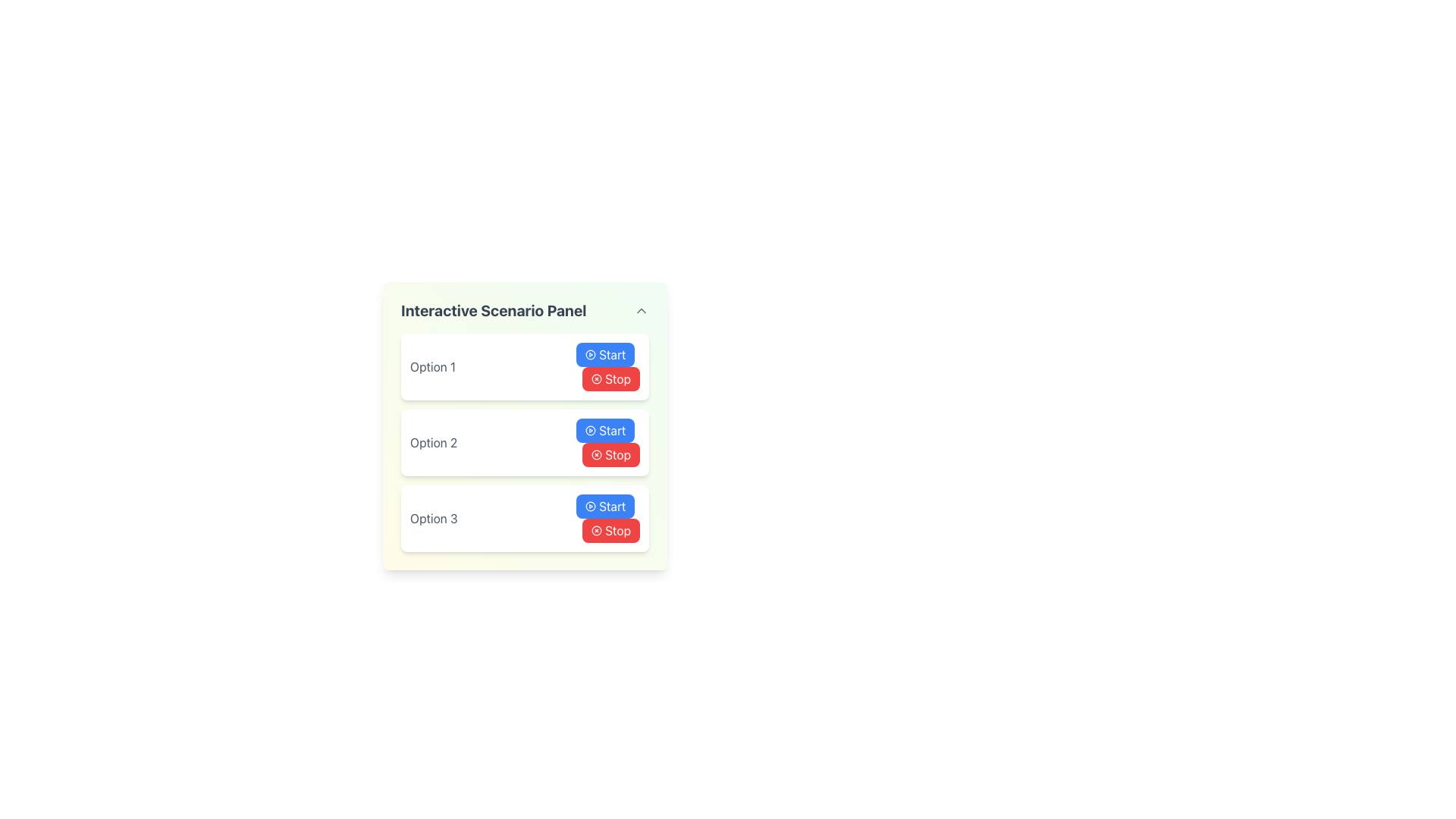 The image size is (1456, 819). What do you see at coordinates (590, 506) in the screenshot?
I see `the 'Start' button icon located at the top-left of the button, which visually aligns with the triangle pointing towards the text 'Start'` at bounding box center [590, 506].